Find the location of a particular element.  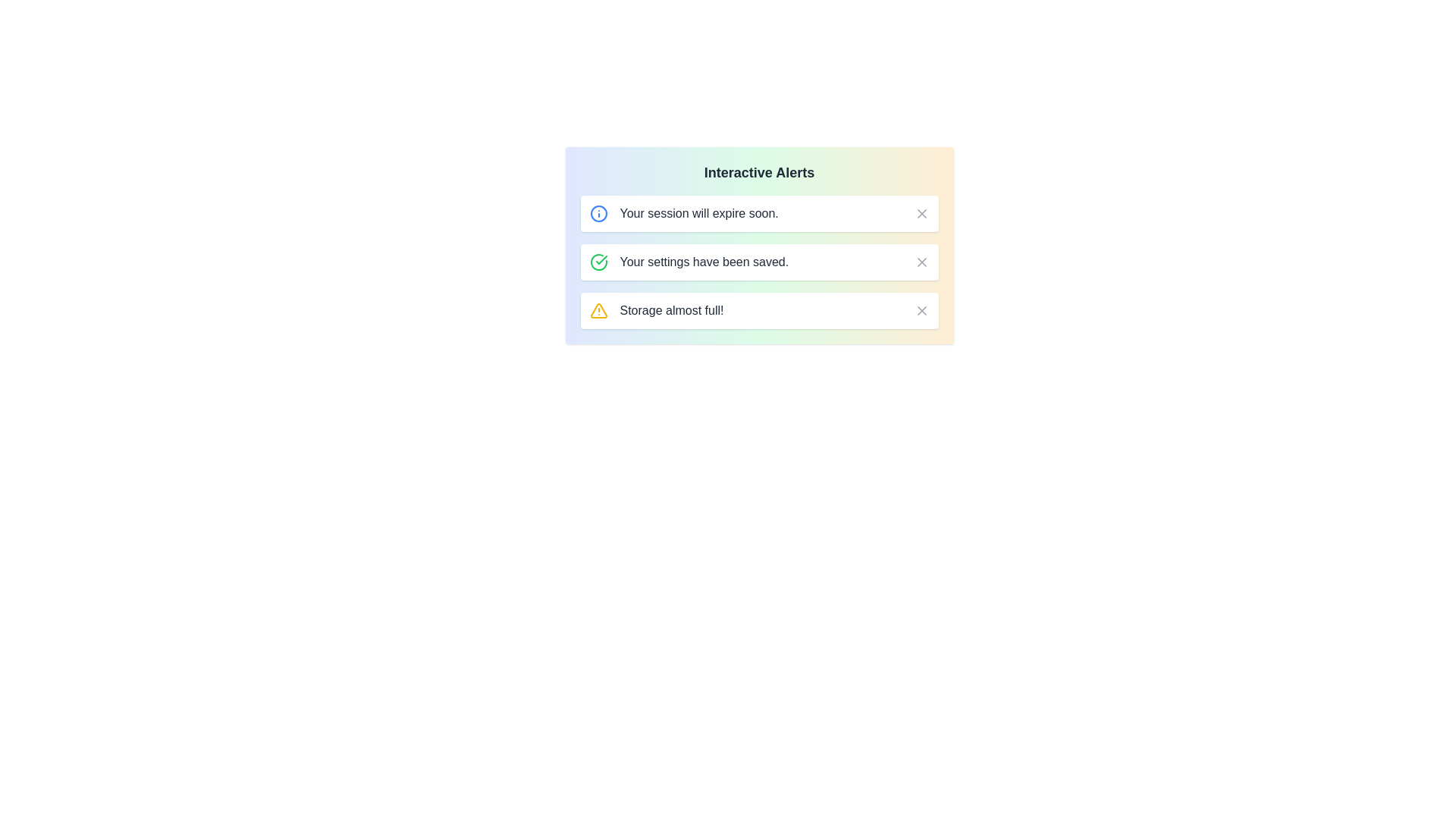

the success confirmation icon located as the second icon from the top in the notification panel, near the text 'Your settings have been saved.' is located at coordinates (598, 262).